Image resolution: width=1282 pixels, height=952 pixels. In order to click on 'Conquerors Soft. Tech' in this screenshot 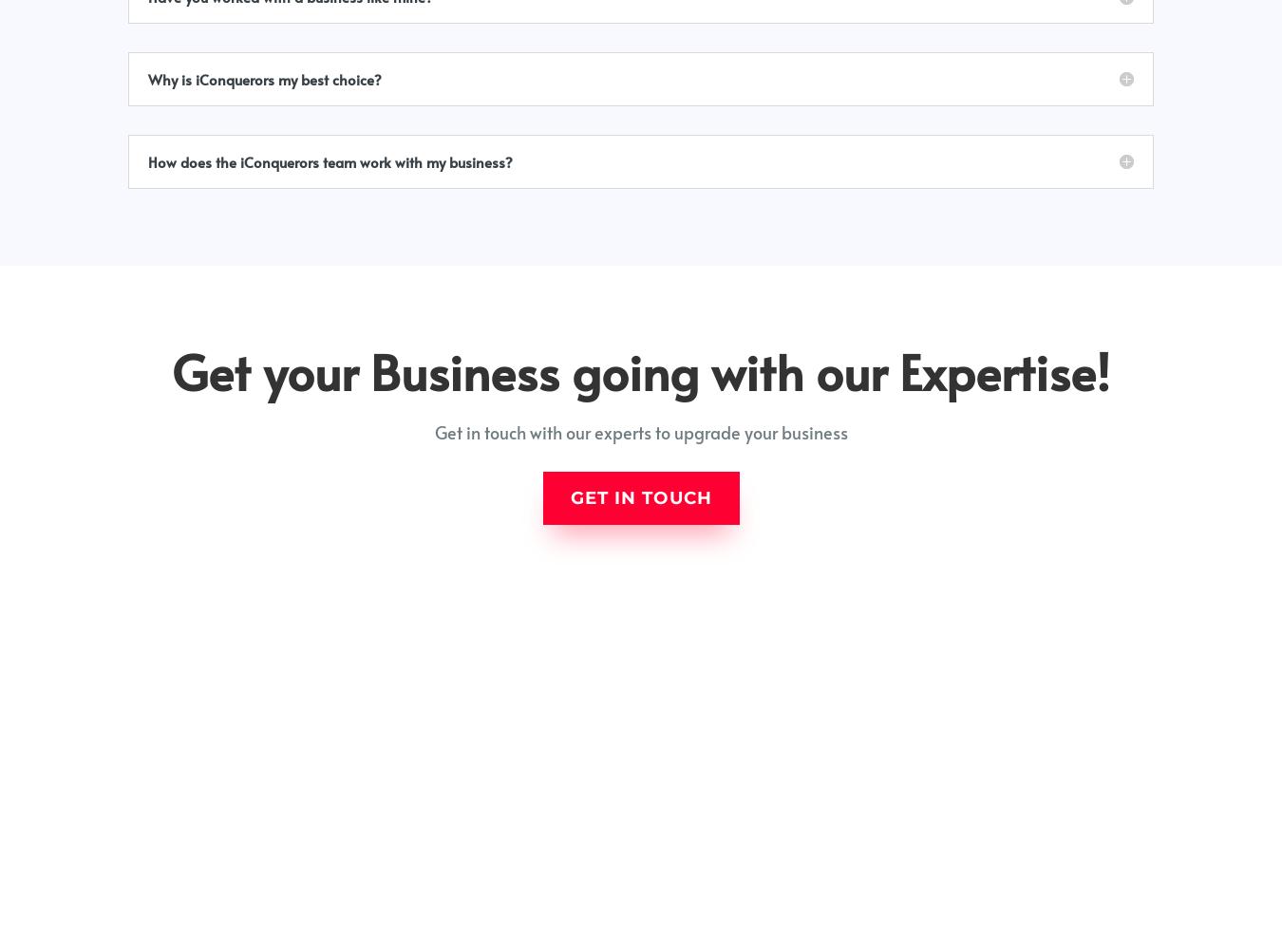, I will do `click(1123, 928)`.